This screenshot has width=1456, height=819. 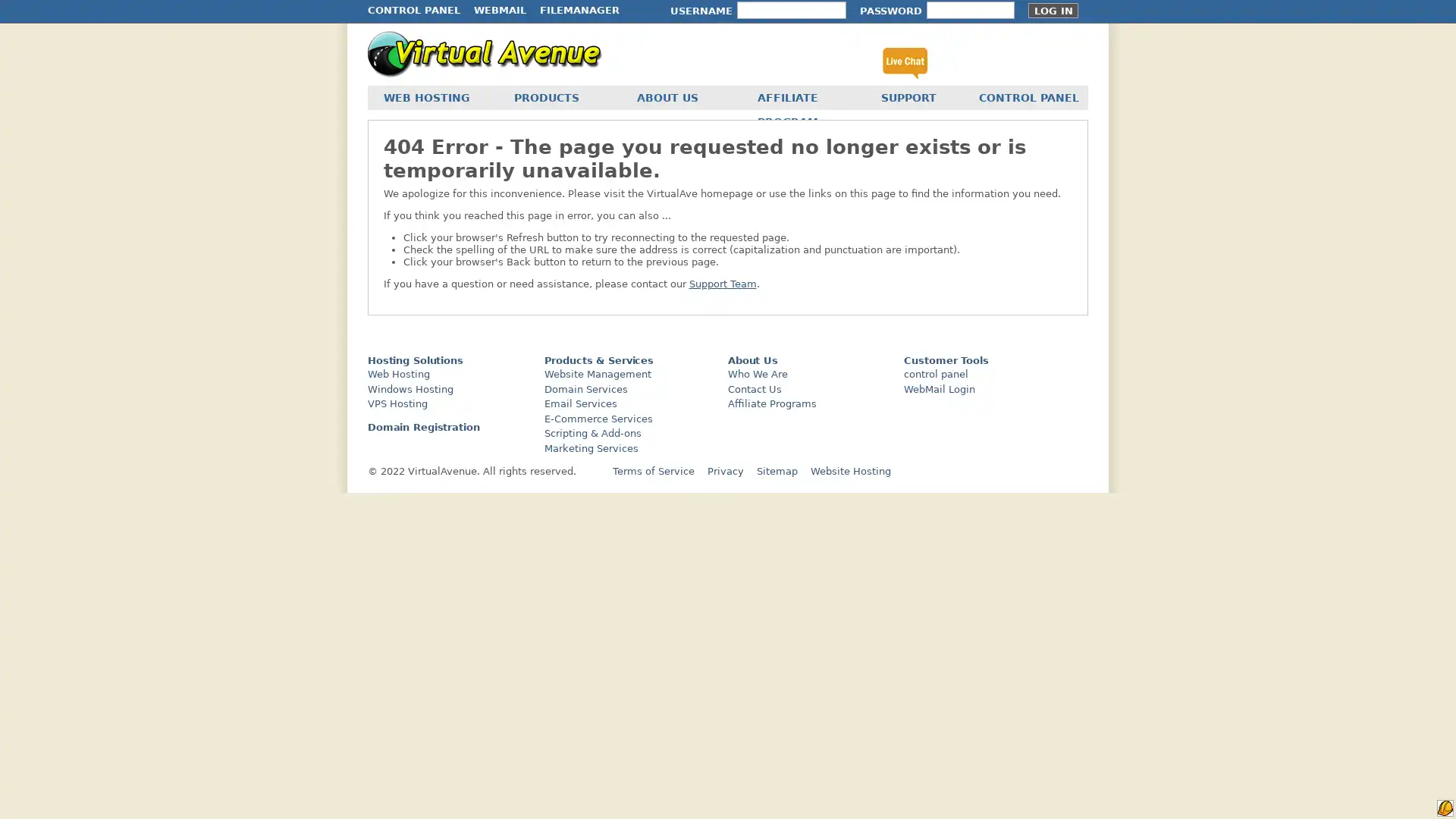 I want to click on Got It, so click(x=154, y=719).